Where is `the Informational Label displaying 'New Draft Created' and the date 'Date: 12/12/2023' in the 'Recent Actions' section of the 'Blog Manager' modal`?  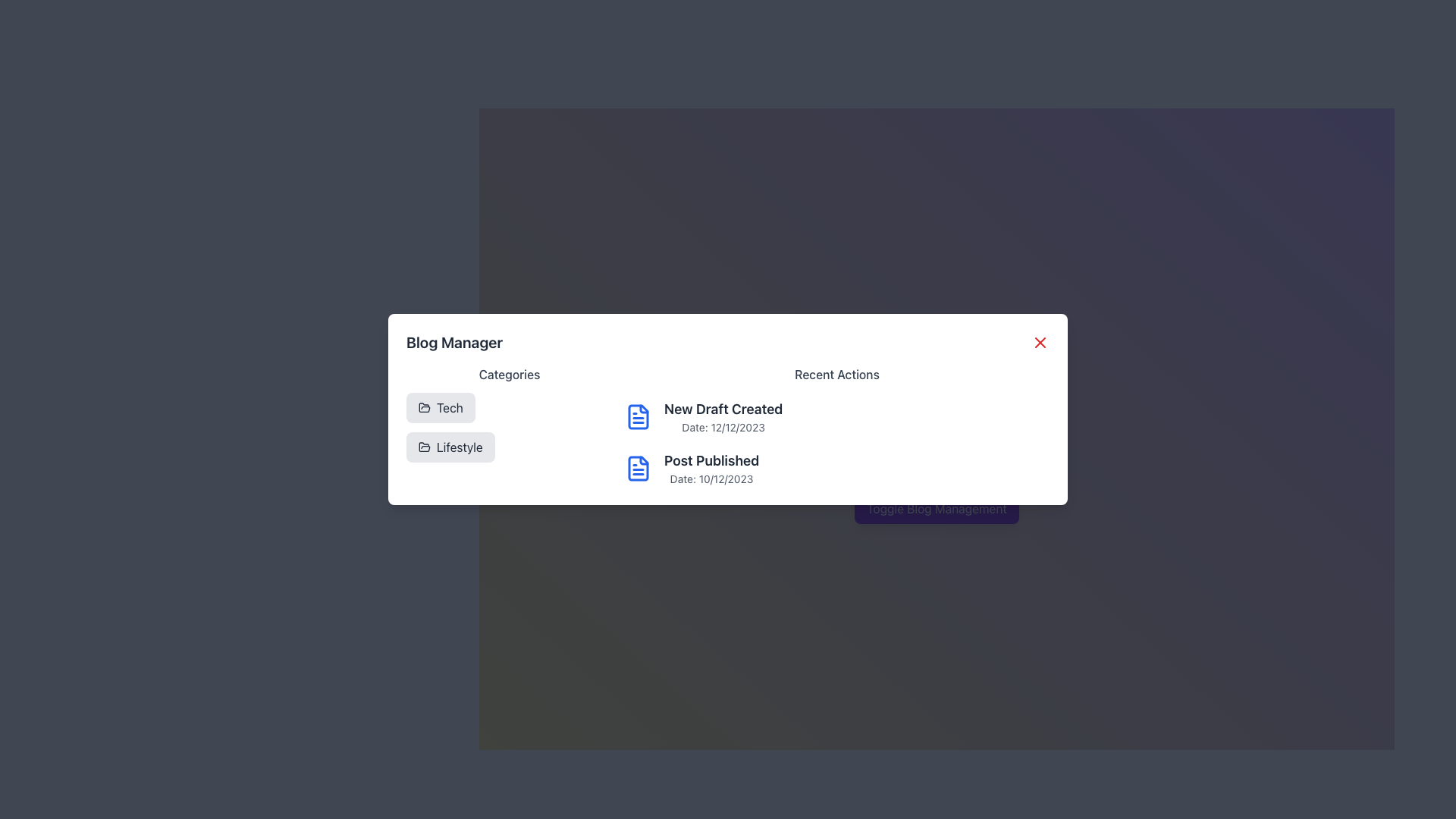
the Informational Label displaying 'New Draft Created' and the date 'Date: 12/12/2023' in the 'Recent Actions' section of the 'Blog Manager' modal is located at coordinates (723, 417).